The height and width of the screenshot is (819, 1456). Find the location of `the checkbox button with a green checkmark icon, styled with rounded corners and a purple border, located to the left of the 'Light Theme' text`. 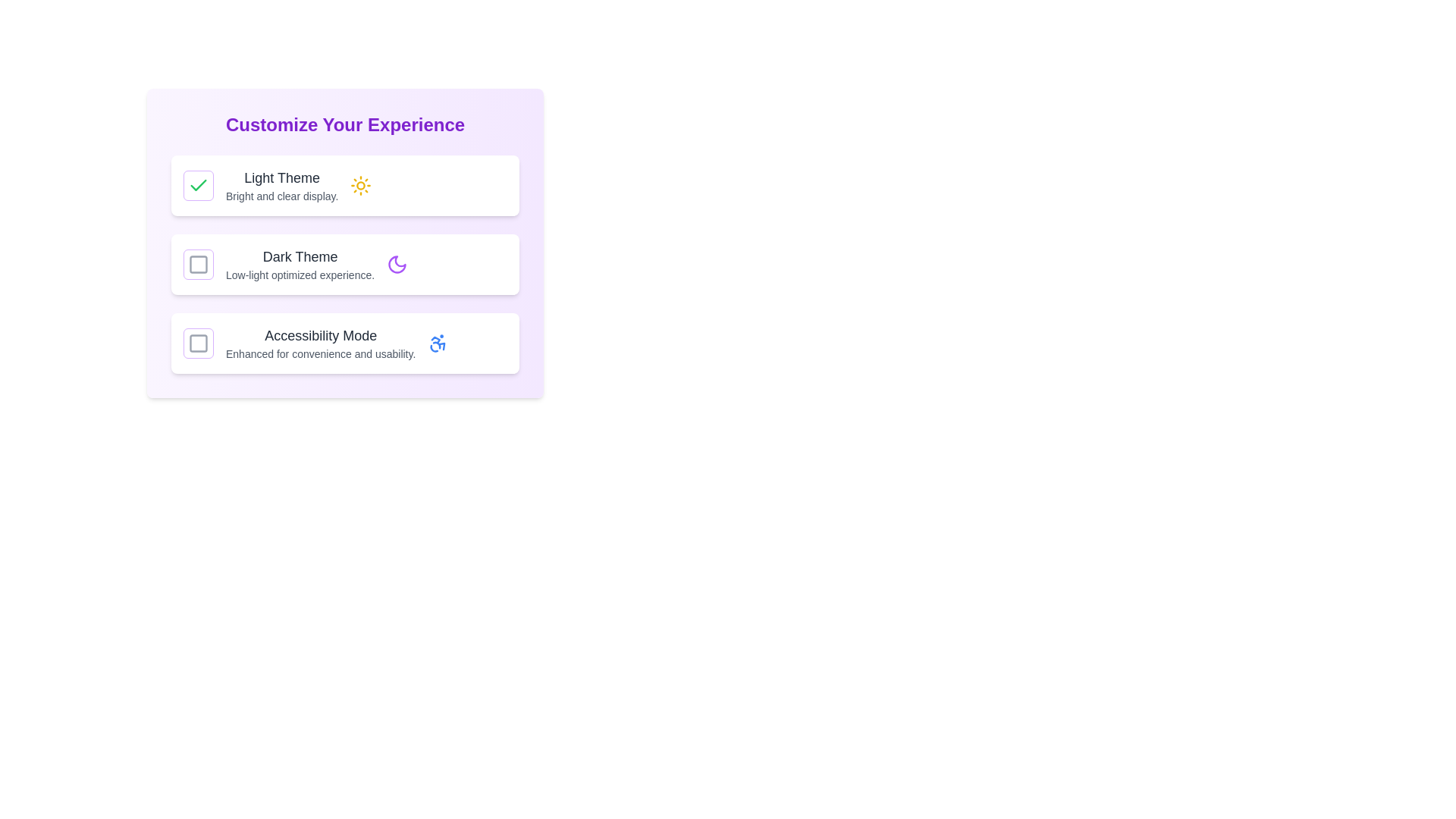

the checkbox button with a green checkmark icon, styled with rounded corners and a purple border, located to the left of the 'Light Theme' text is located at coordinates (198, 185).